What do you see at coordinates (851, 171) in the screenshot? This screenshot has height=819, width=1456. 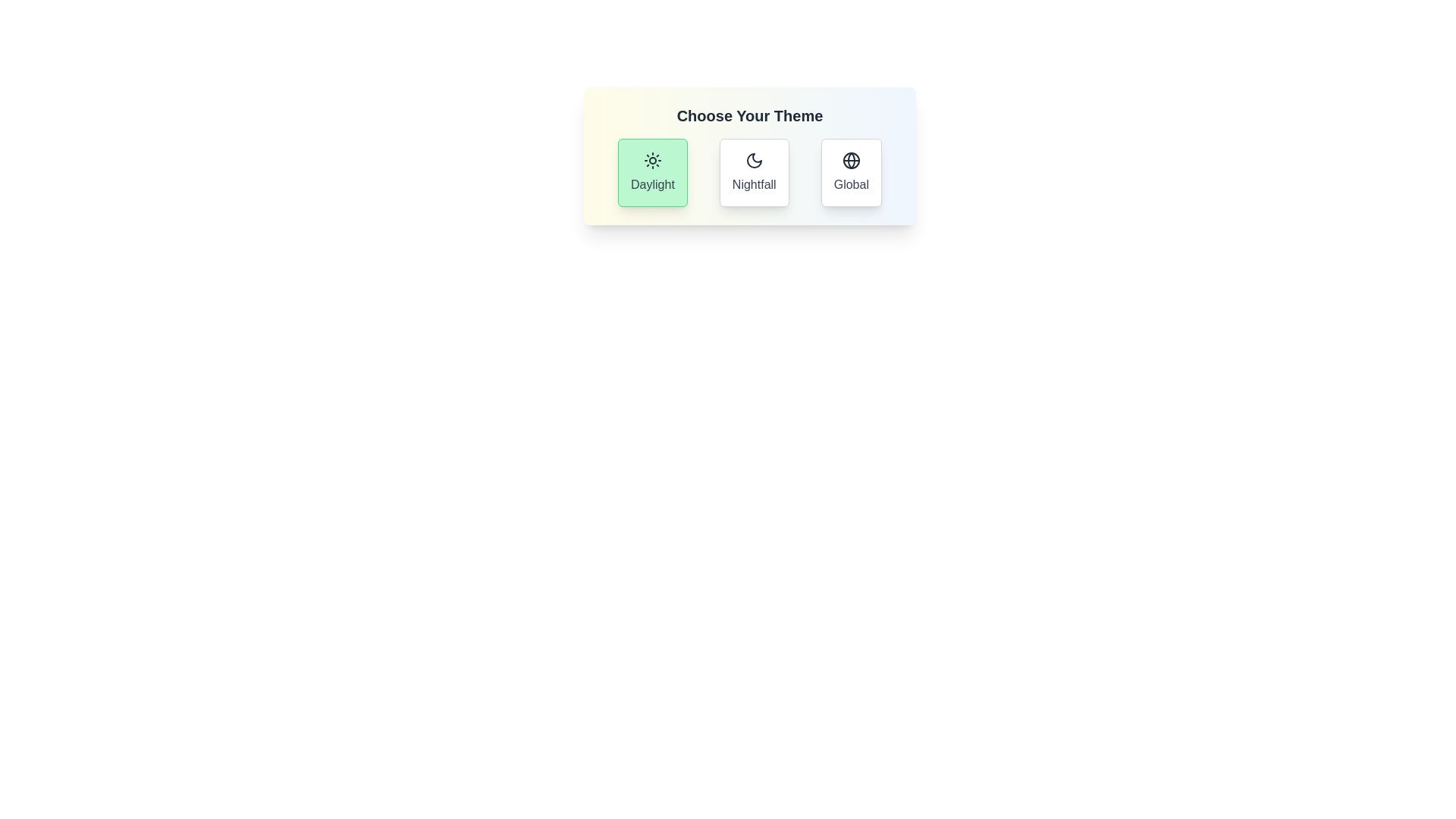 I see `the theme Global by clicking on its button` at bounding box center [851, 171].